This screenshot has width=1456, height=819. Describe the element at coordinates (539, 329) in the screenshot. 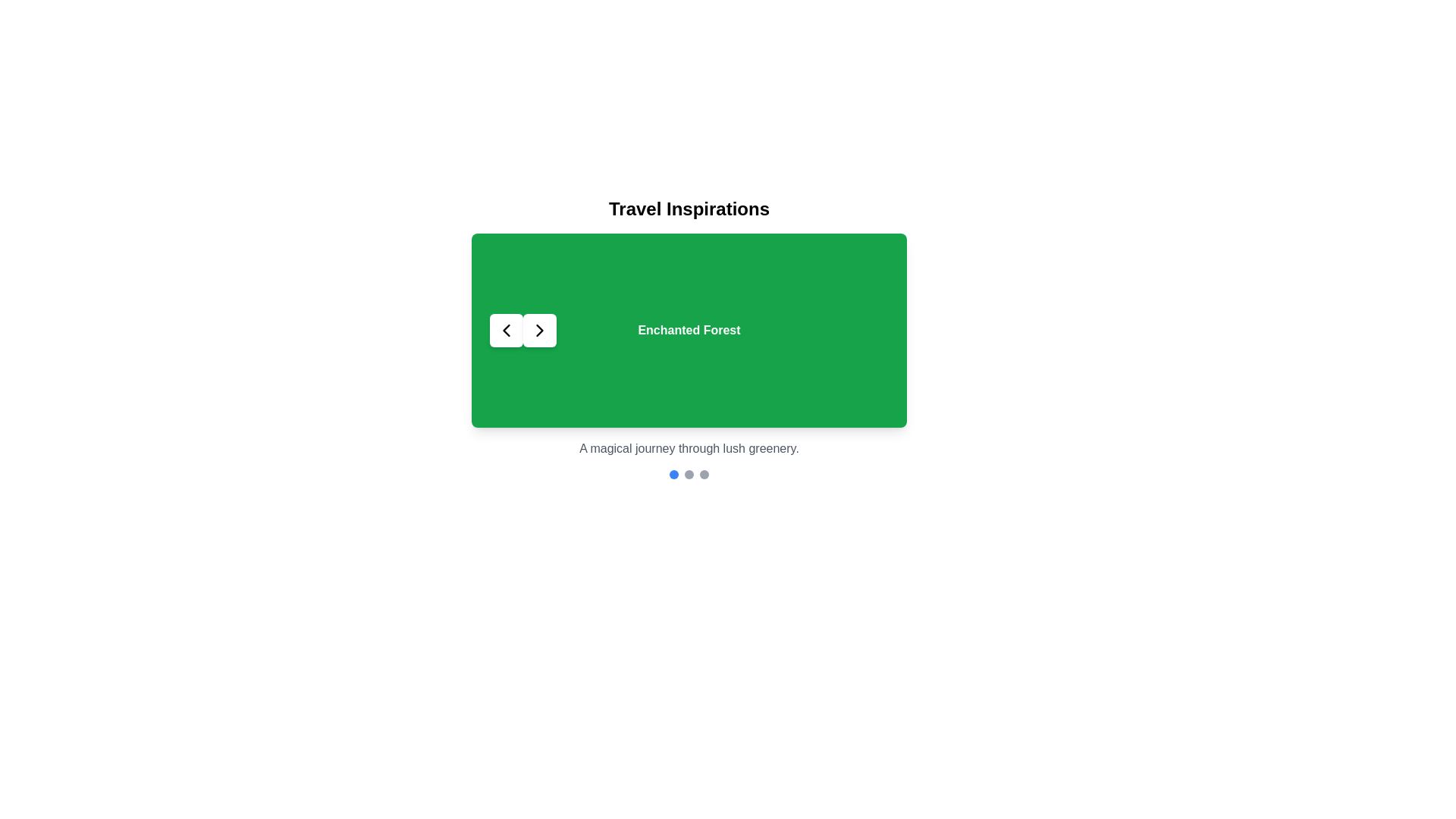

I see `the right arrow icon located within the chevron right navigation button at the lower left of the main green card section` at that location.